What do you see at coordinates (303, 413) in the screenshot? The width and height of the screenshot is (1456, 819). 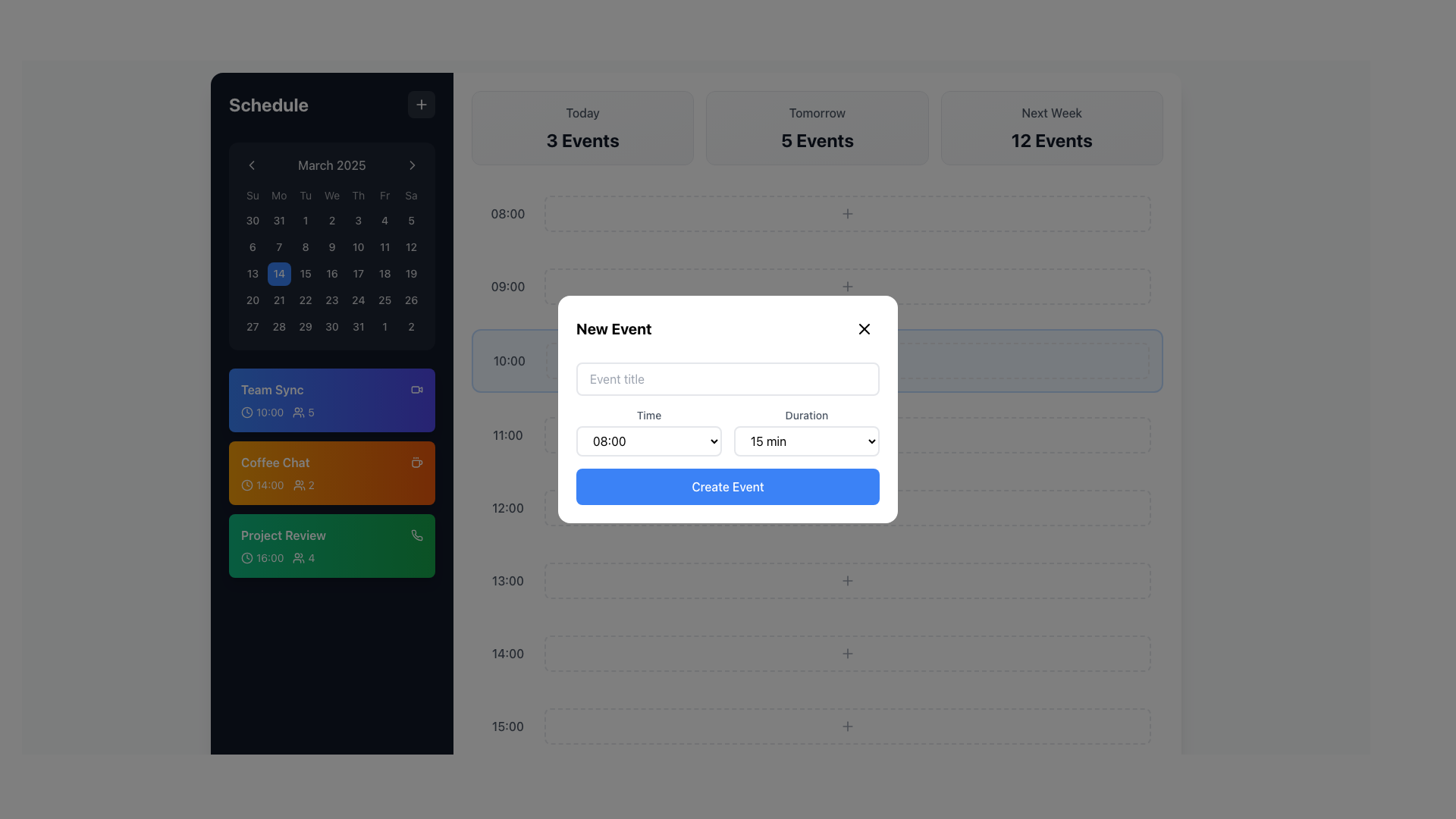 I see `the text label displaying the number '5' adjacent to the user group icon within the 'Team Sync' panel` at bounding box center [303, 413].